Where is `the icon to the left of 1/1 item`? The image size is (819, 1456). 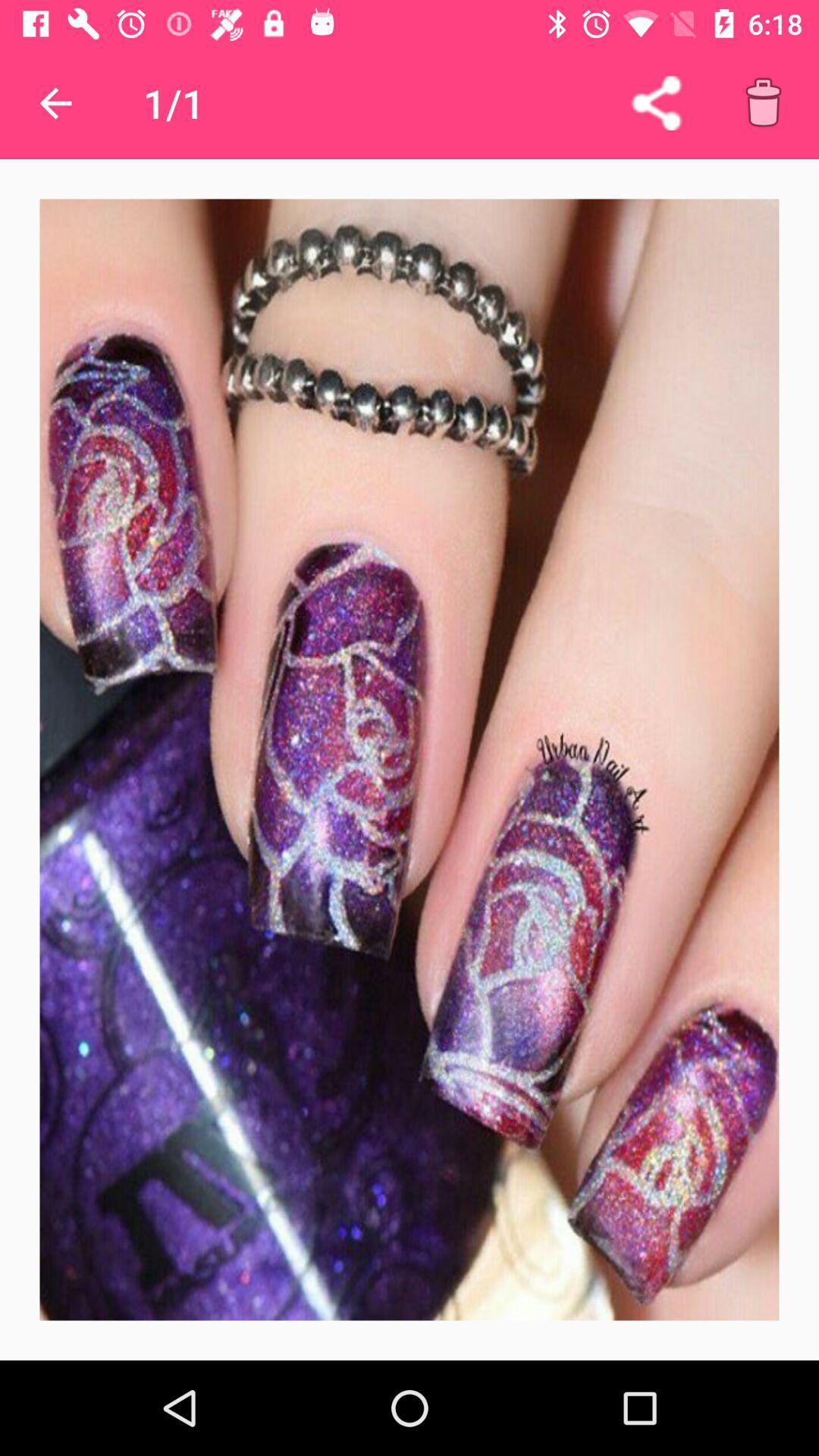
the icon to the left of 1/1 item is located at coordinates (55, 102).